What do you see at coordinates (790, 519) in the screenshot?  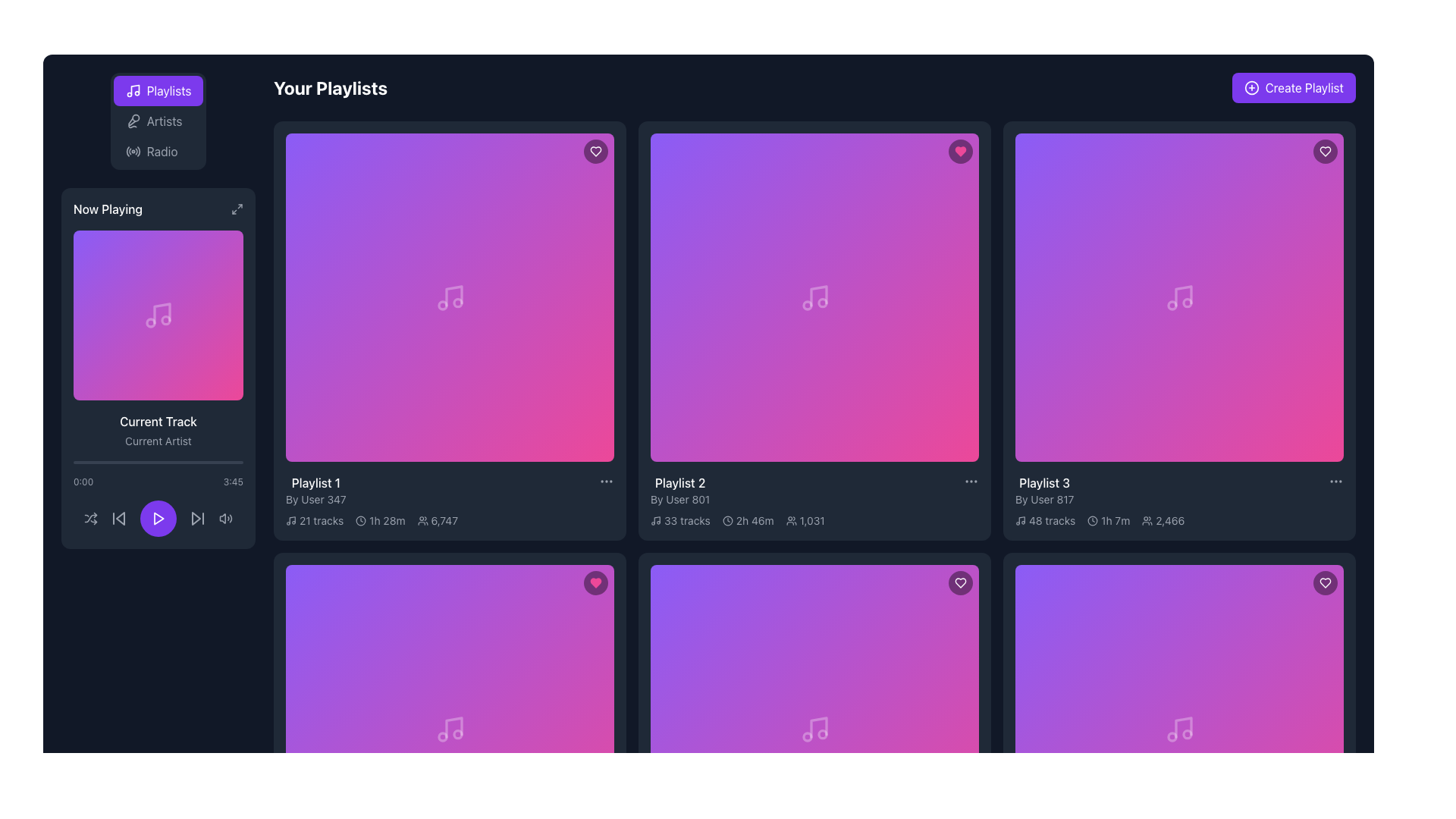 I see `the user/listener icon located in the statistics section under the 'Playlist 2' card, which is to the left of the number '1,031'` at bounding box center [790, 519].